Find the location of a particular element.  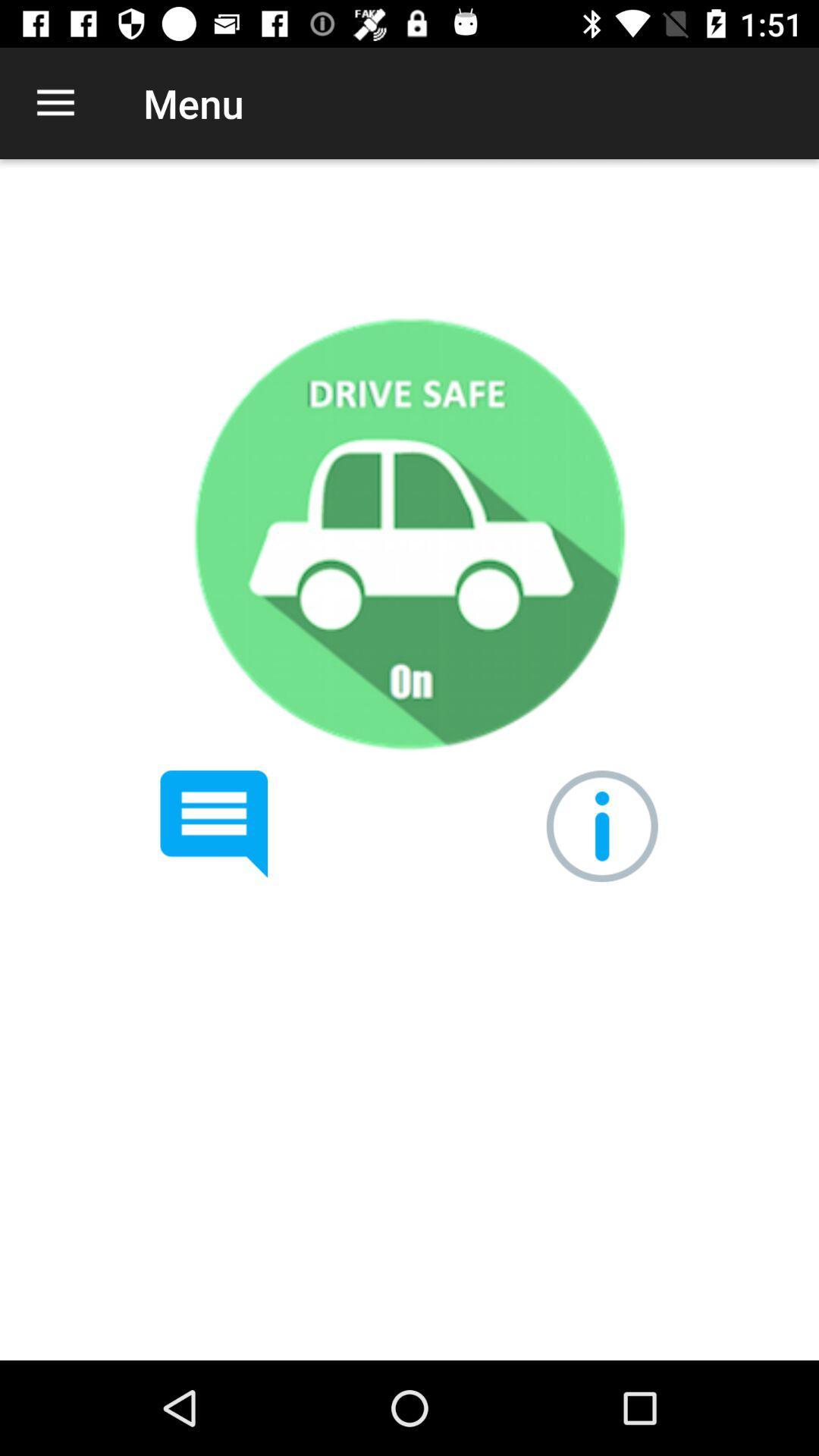

info button is located at coordinates (601, 825).